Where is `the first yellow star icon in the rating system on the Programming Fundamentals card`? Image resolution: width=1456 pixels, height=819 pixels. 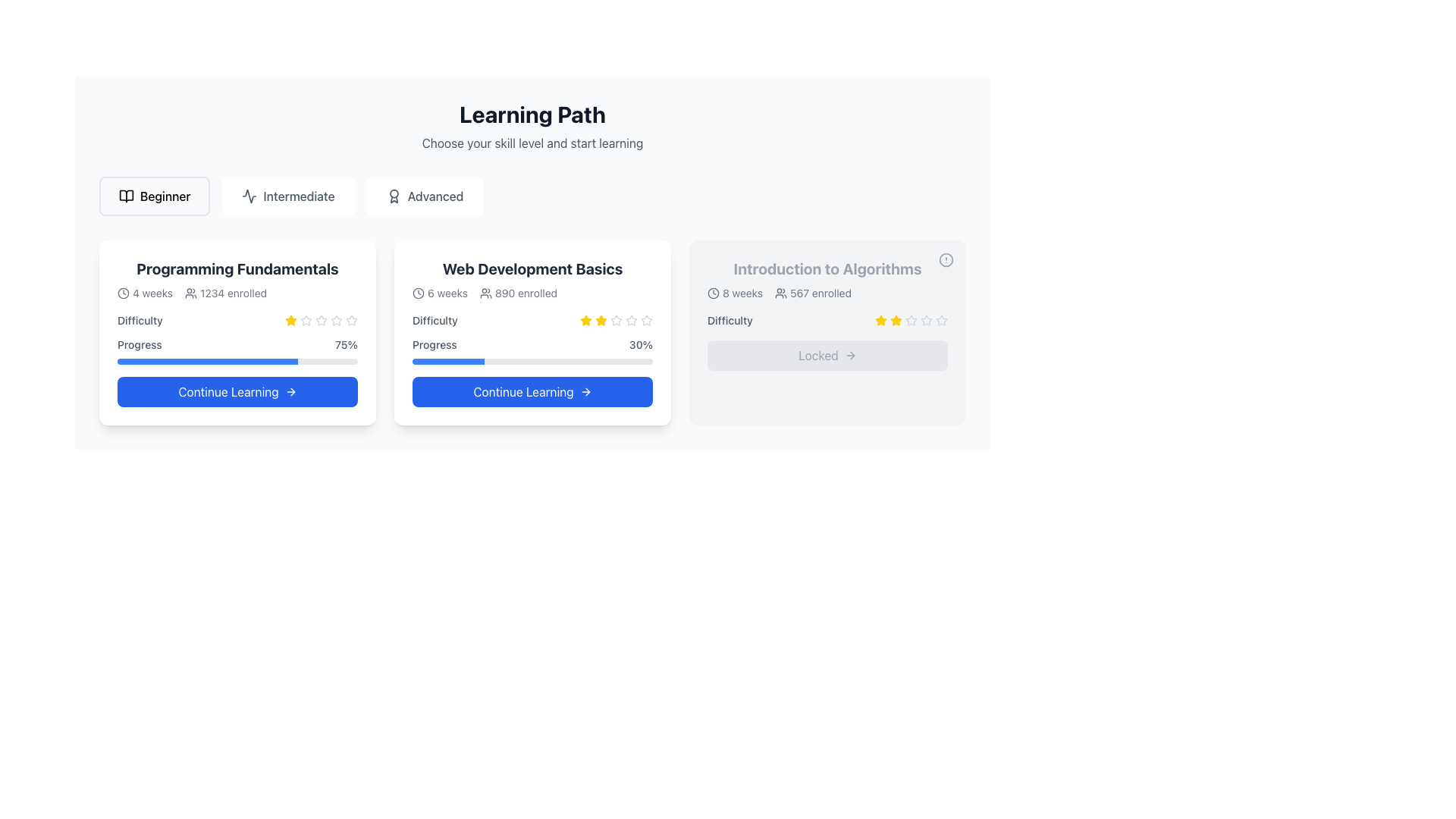
the first yellow star icon in the rating system on the Programming Fundamentals card is located at coordinates (291, 320).